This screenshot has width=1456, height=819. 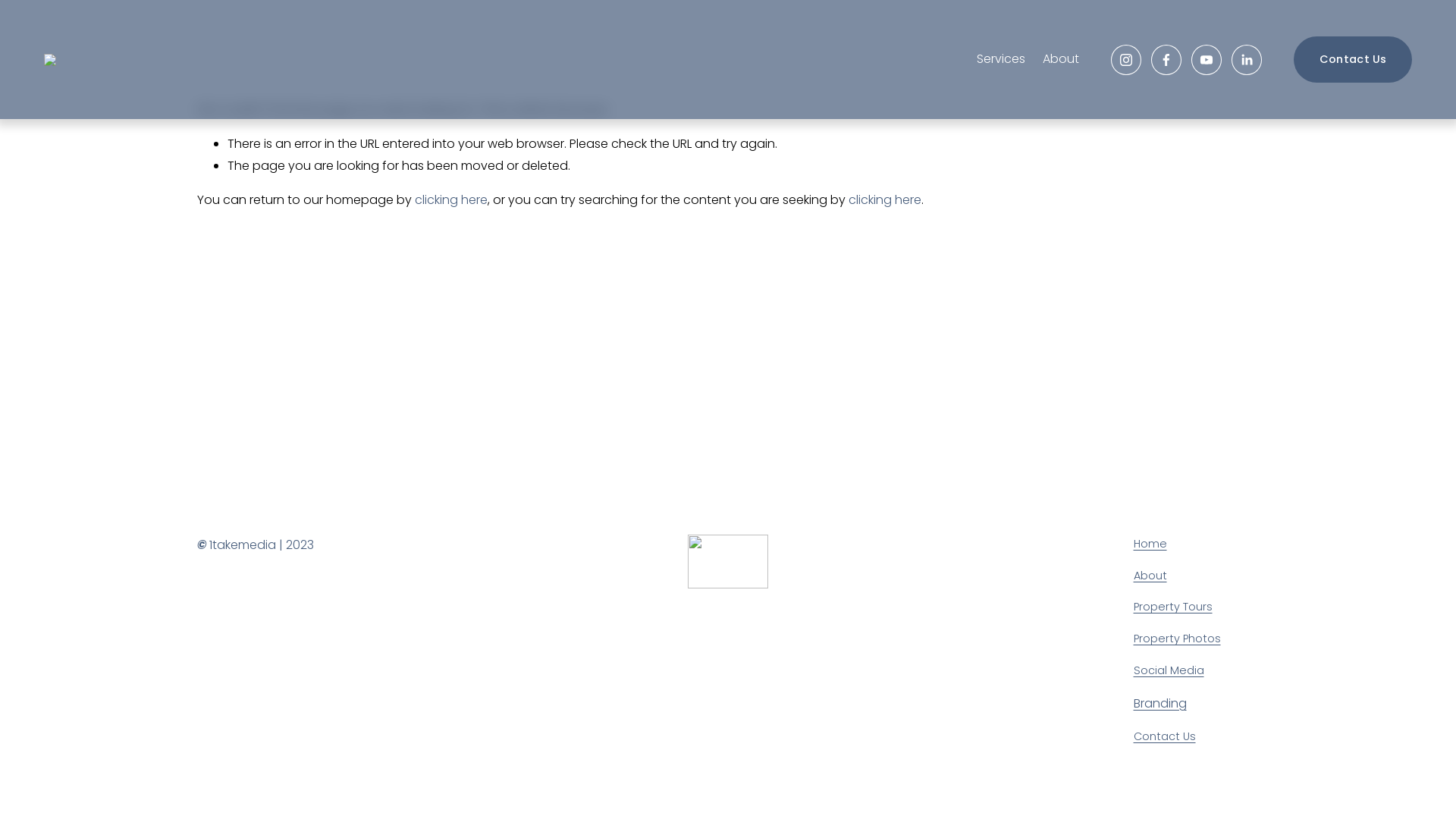 What do you see at coordinates (1159, 704) in the screenshot?
I see `'Branding'` at bounding box center [1159, 704].